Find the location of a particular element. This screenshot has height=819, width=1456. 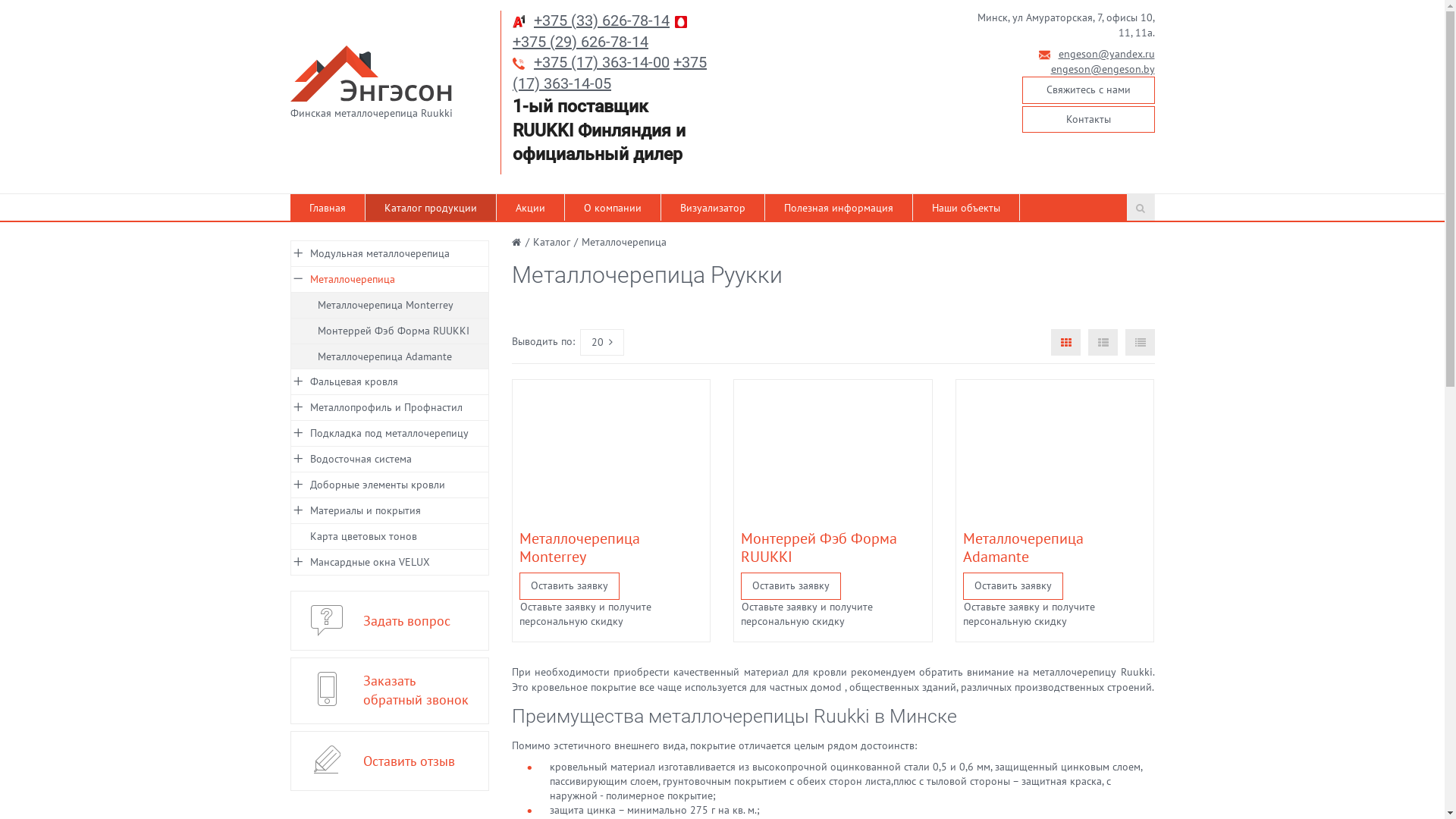

'+375 (33) 626-78-14' is located at coordinates (601, 20).